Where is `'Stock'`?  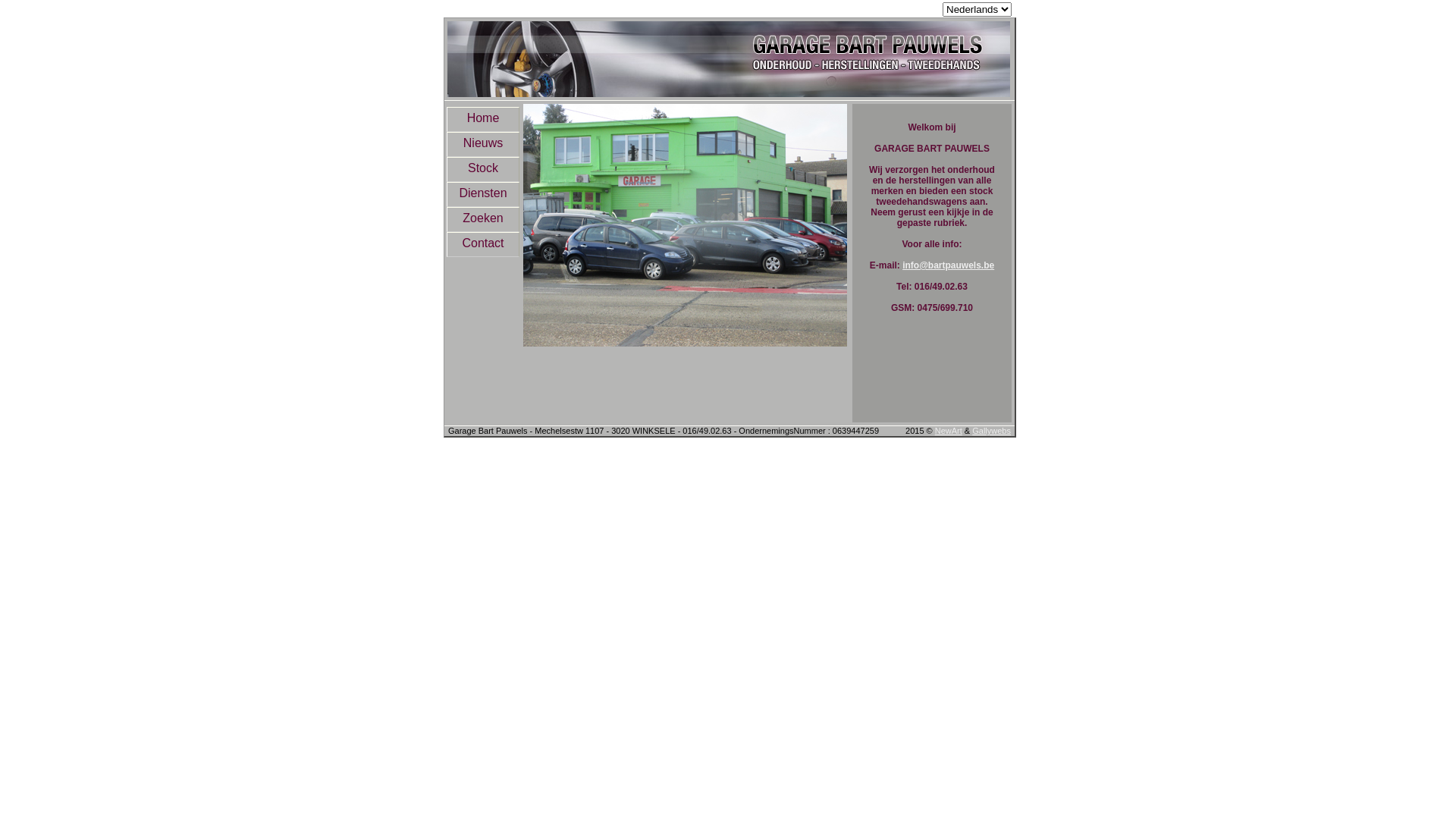
'Stock' is located at coordinates (482, 169).